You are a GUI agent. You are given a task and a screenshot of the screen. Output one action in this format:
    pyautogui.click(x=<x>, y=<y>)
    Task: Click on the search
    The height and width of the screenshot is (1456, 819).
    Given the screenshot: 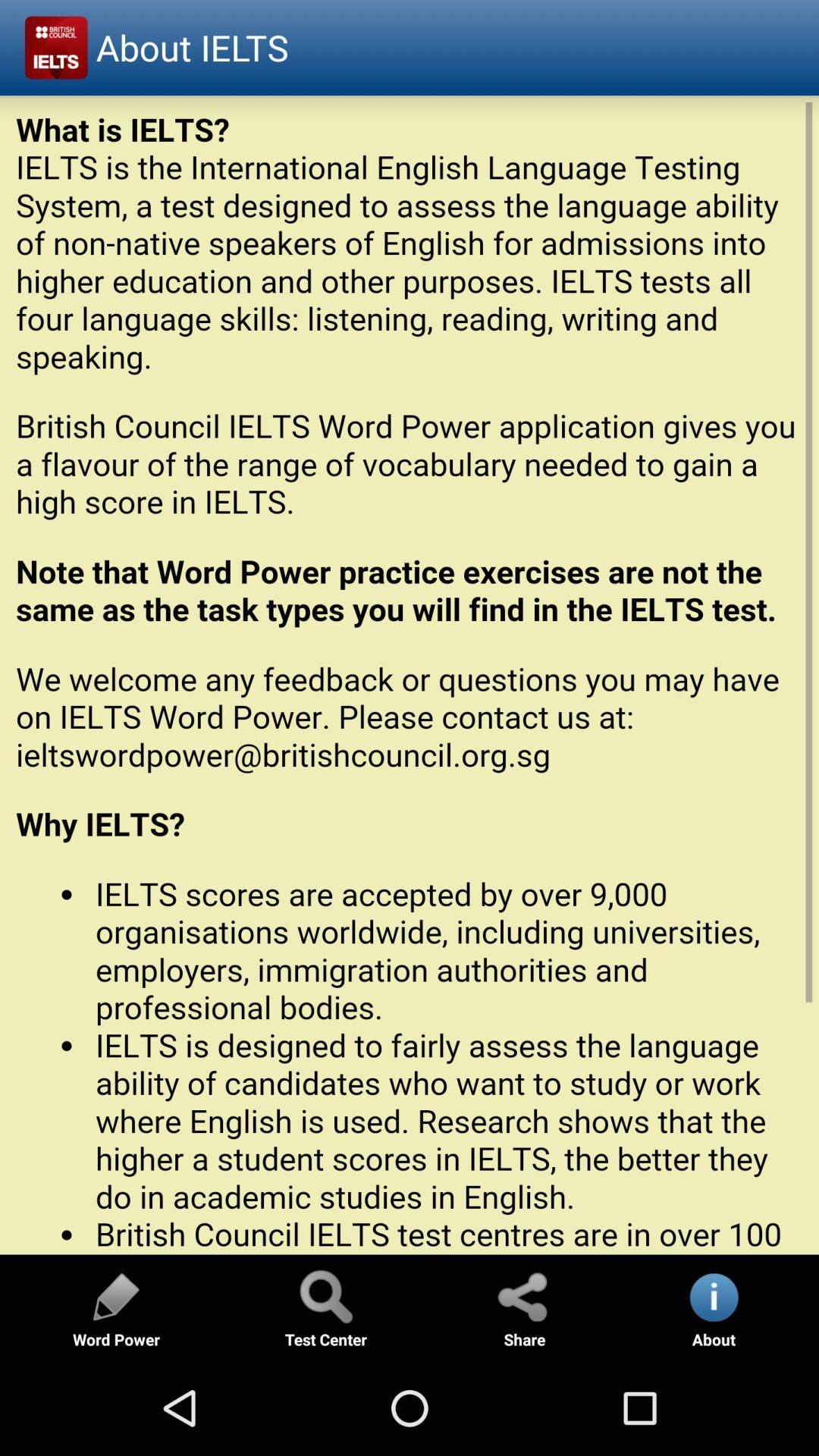 What is the action you would take?
    pyautogui.click(x=325, y=1295)
    